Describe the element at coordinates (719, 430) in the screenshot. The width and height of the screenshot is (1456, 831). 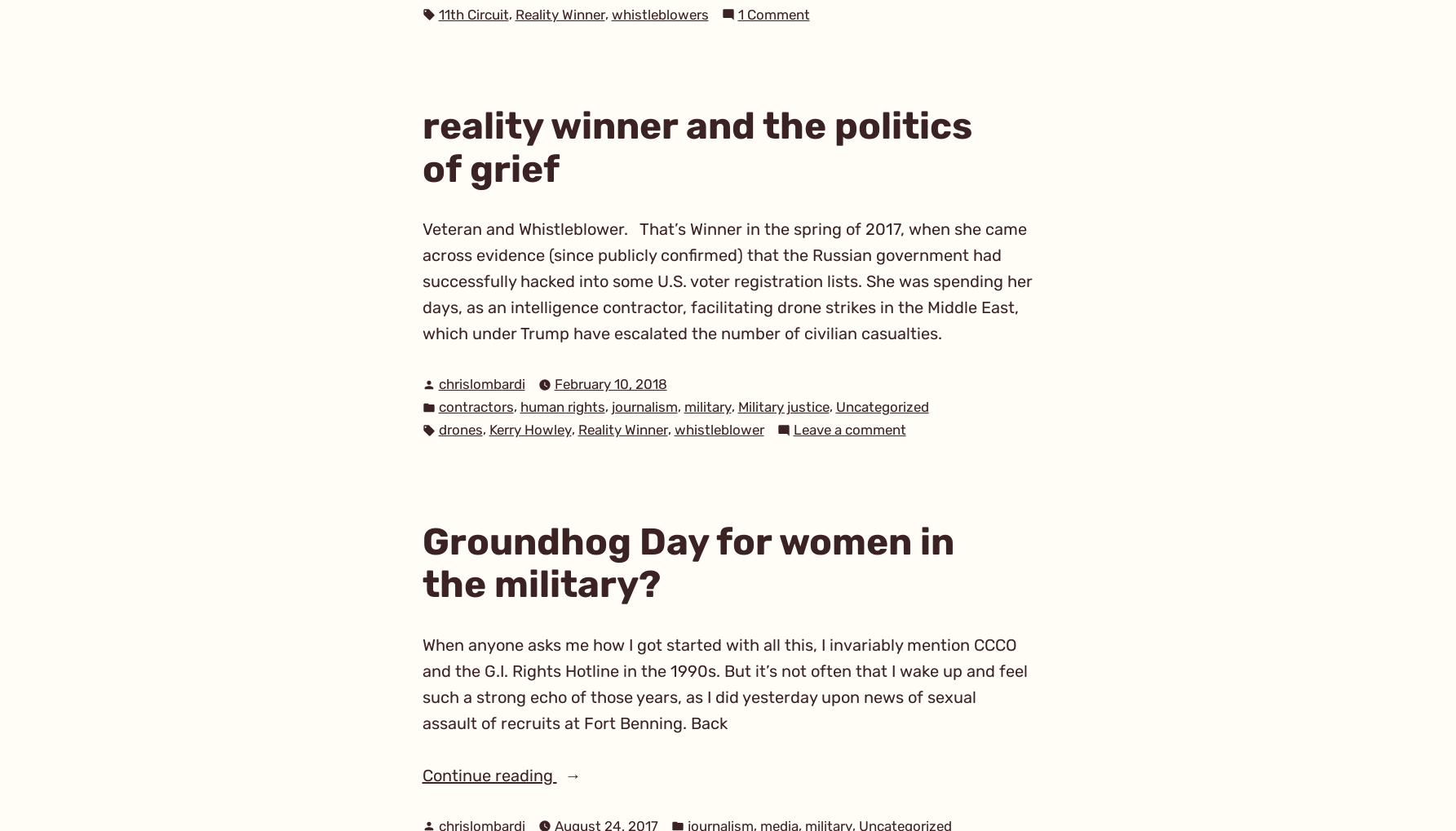
I see `'whistleblower'` at that location.